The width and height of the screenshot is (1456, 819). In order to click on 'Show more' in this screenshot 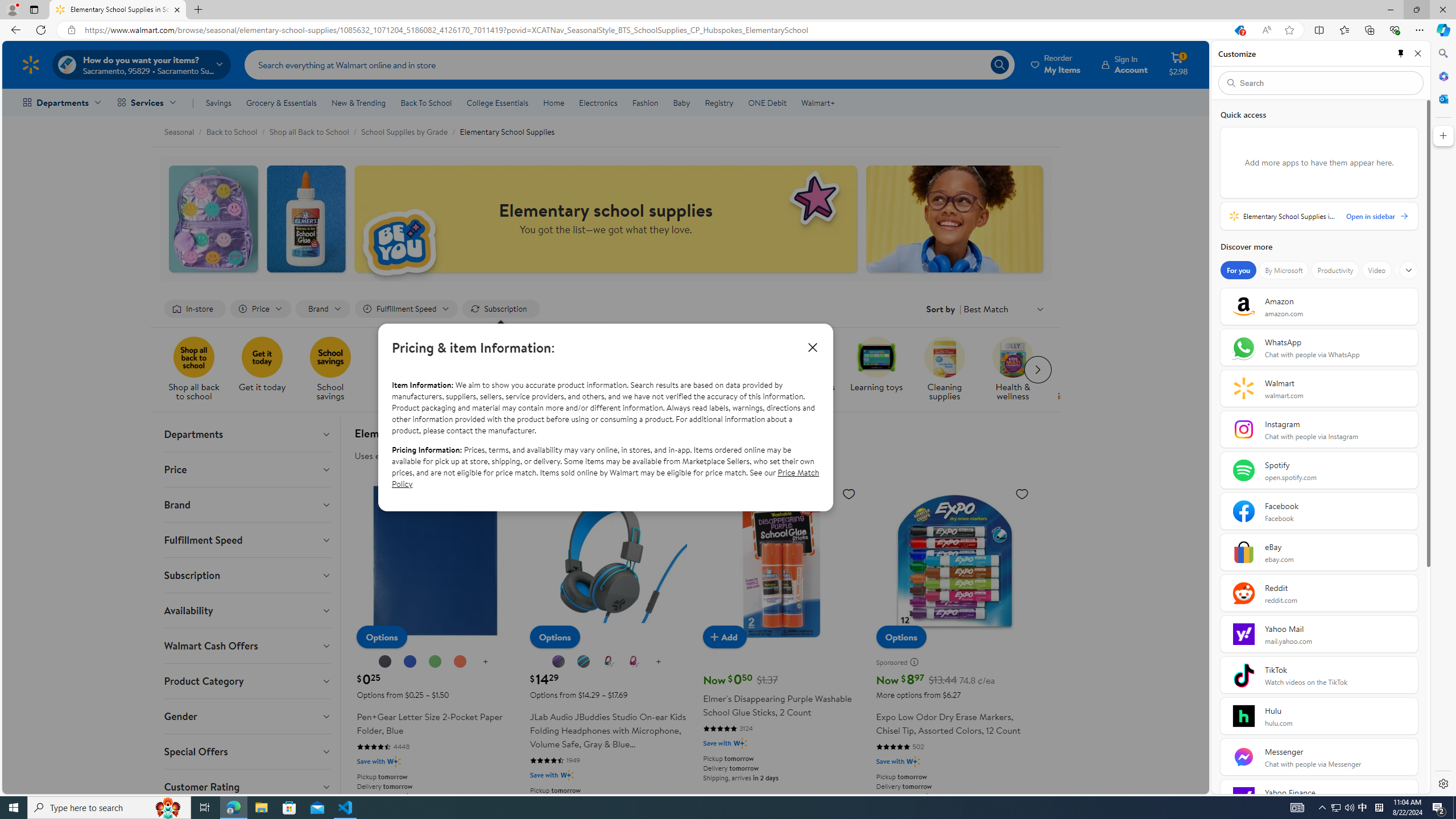, I will do `click(1408, 270)`.